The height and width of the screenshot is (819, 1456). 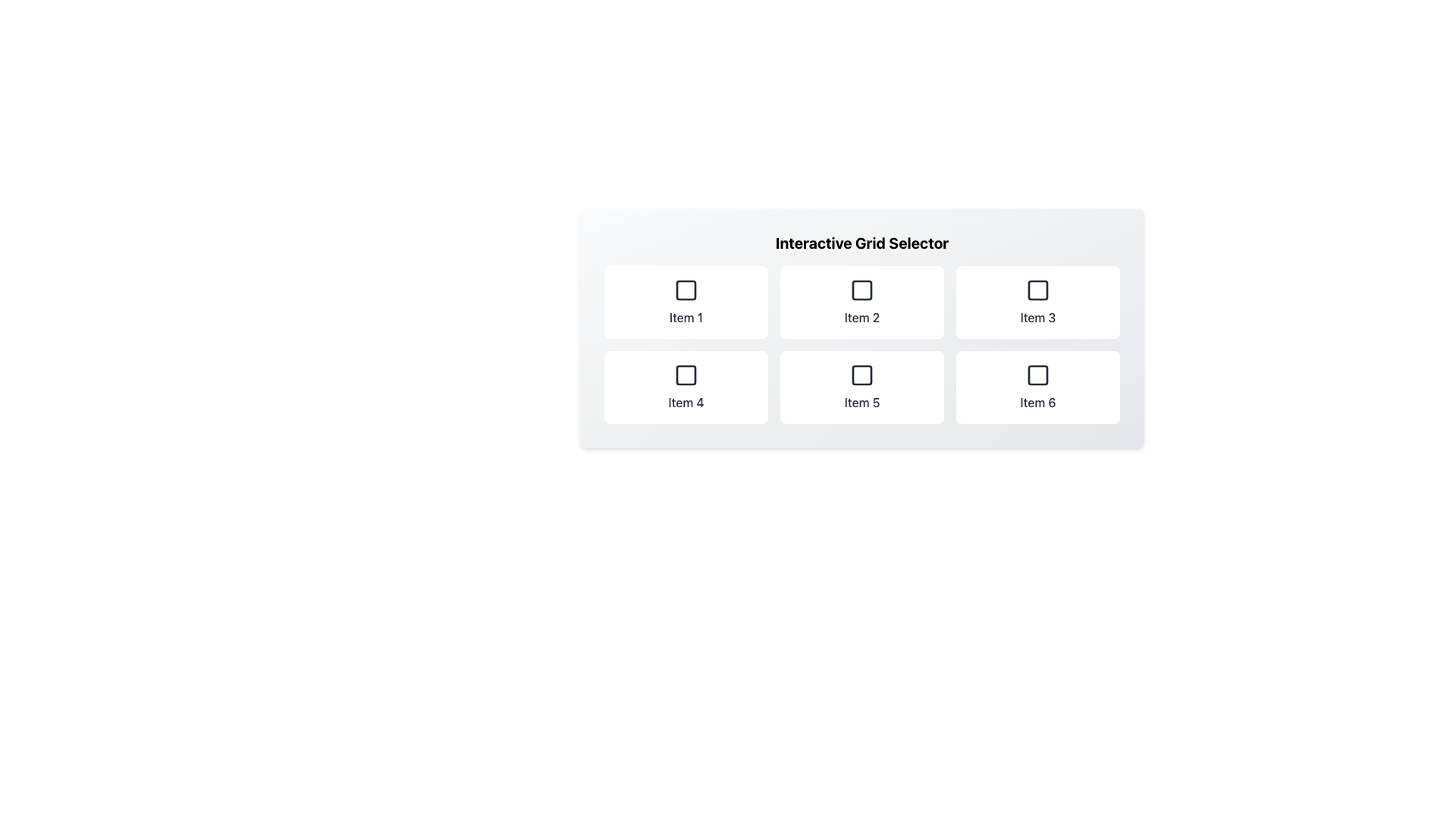 What do you see at coordinates (1037, 375) in the screenshot?
I see `the checkbox icon located in the grid cell labeled 'Item 6', which is a square outline icon with a clean design` at bounding box center [1037, 375].